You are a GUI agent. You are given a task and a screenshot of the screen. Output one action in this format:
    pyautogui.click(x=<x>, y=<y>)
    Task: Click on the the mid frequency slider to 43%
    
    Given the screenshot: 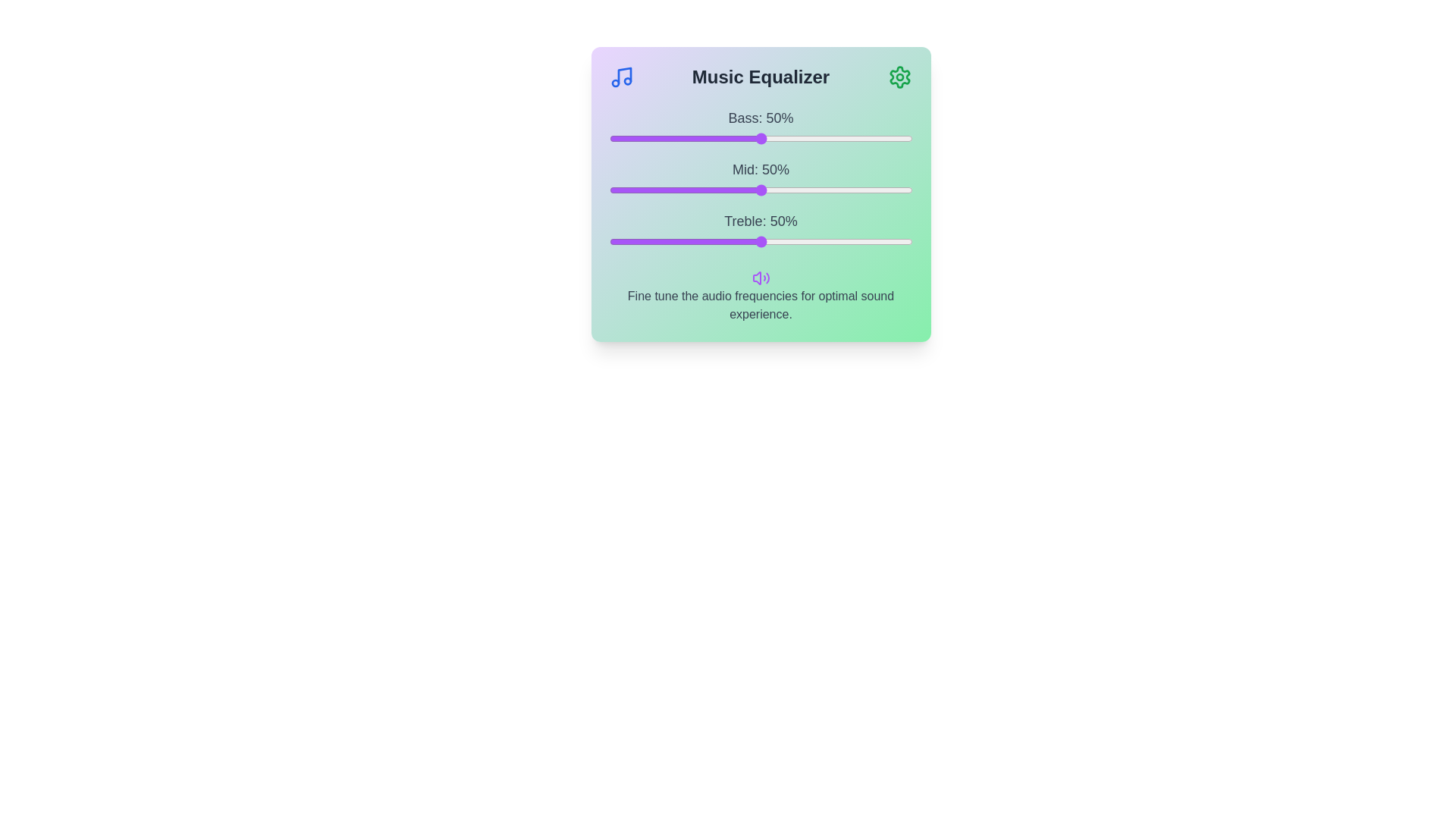 What is the action you would take?
    pyautogui.click(x=739, y=189)
    